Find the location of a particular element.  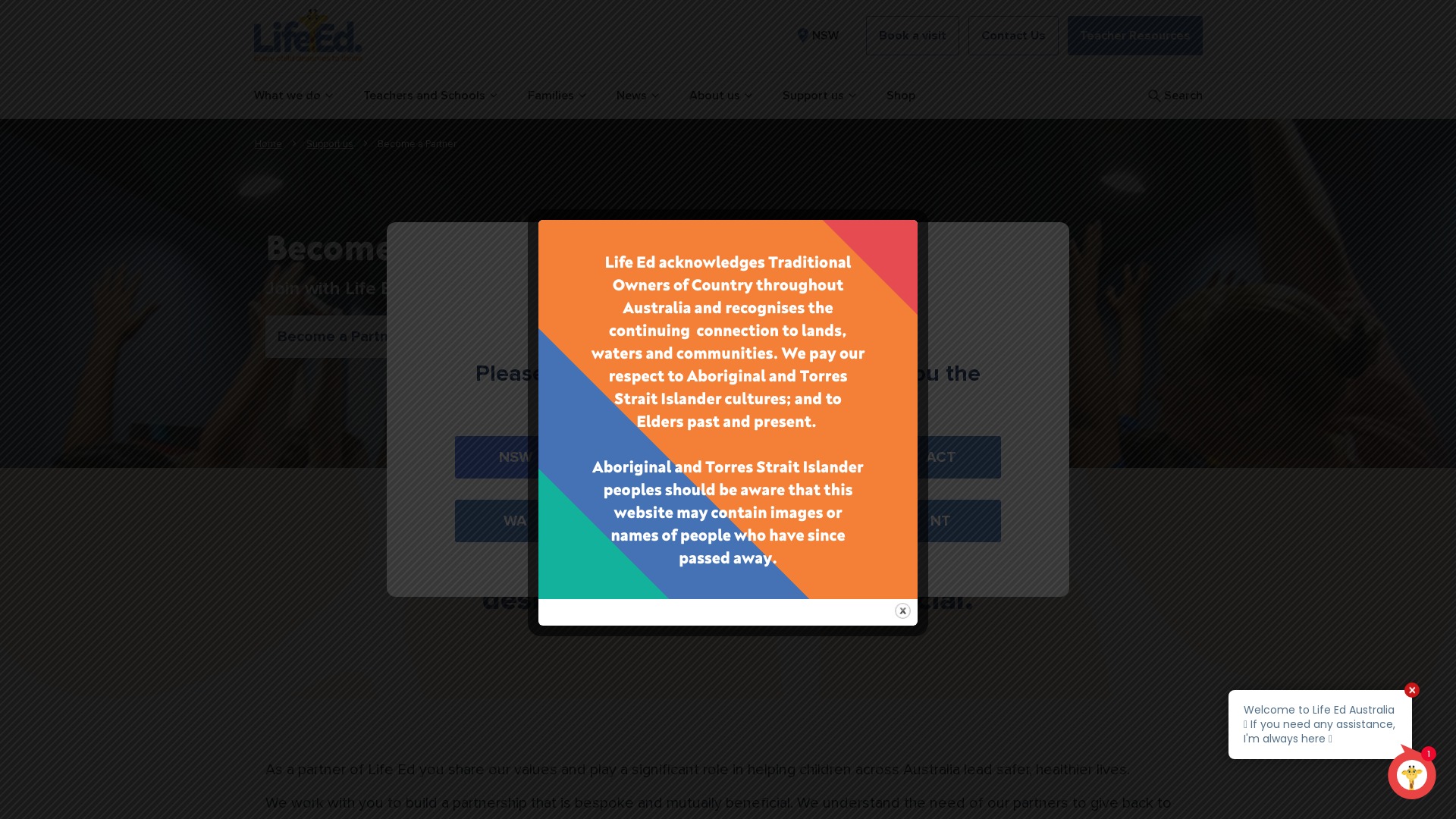

'NSW' is located at coordinates (814, 34).